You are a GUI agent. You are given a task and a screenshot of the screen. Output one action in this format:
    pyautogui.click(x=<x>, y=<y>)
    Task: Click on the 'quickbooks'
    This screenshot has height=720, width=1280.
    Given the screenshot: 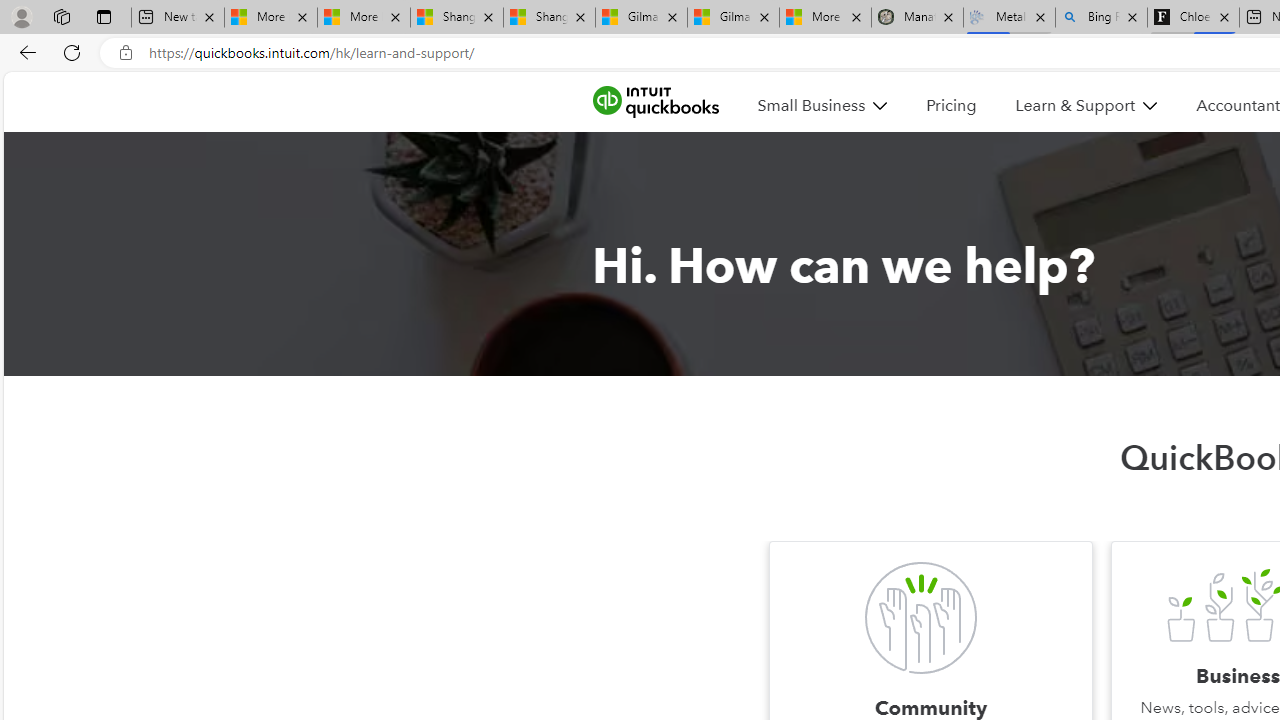 What is the action you would take?
    pyautogui.click(x=655, y=101)
    